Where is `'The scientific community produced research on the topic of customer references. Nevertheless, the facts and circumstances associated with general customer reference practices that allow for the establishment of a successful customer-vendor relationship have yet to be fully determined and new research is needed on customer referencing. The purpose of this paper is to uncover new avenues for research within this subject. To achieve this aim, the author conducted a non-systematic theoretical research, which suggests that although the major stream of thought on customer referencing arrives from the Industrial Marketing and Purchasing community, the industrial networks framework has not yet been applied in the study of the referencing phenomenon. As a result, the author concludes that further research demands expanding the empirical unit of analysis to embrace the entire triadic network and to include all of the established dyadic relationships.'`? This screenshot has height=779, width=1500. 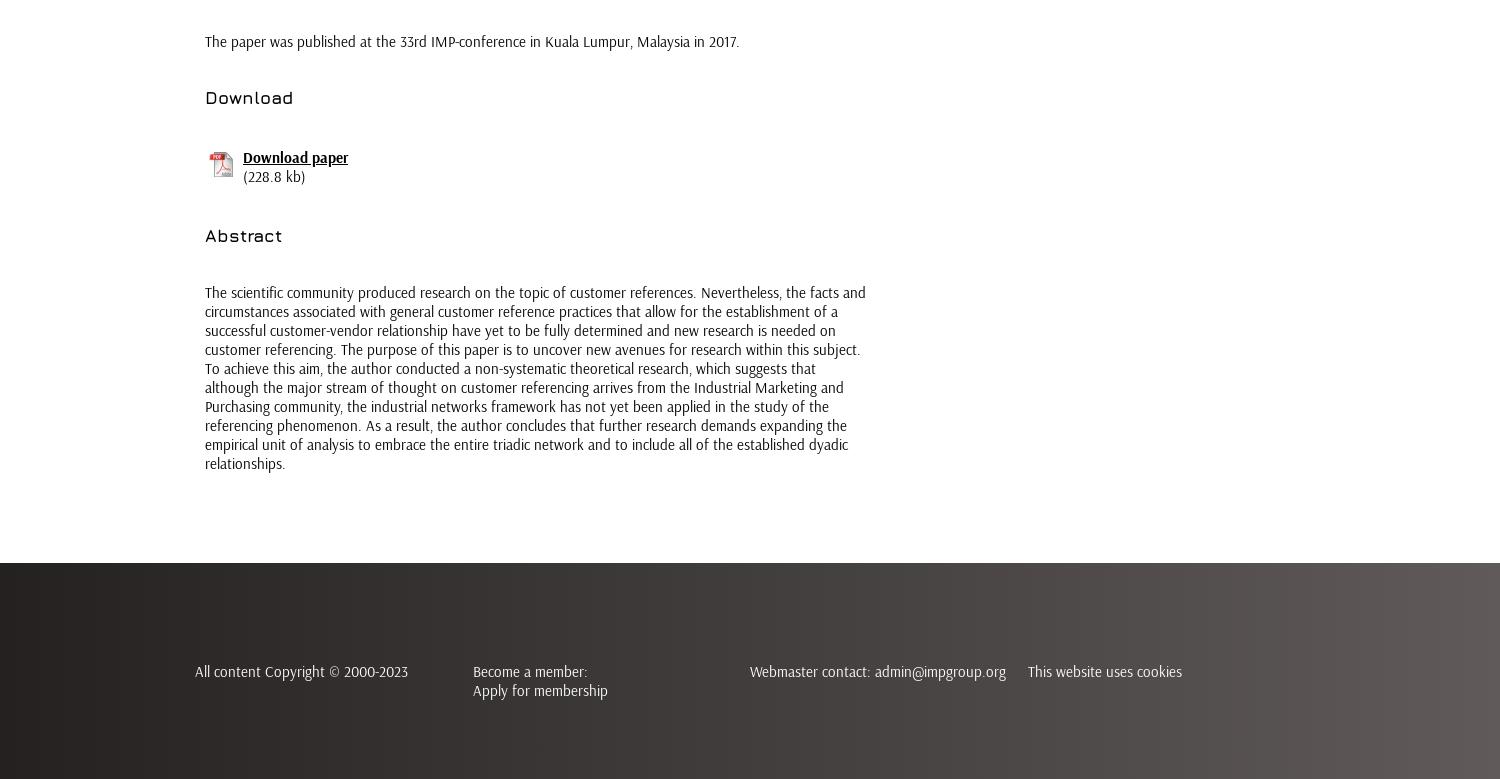 'The scientific community produced research on the topic of customer references. Nevertheless, the facts and circumstances associated with general customer reference practices that allow for the establishment of a successful customer-vendor relationship have yet to be fully determined and new research is needed on customer referencing. The purpose of this paper is to uncover new avenues for research within this subject. To achieve this aim, the author conducted a non-systematic theoretical research, which suggests that although the major stream of thought on customer referencing arrives from the Industrial Marketing and Purchasing community, the industrial networks framework has not yet been applied in the study of the referencing phenomenon. As a result, the author concludes that further research demands expanding the empirical unit of analysis to embrace the entire triadic network and to include all of the established dyadic relationships.' is located at coordinates (535, 377).